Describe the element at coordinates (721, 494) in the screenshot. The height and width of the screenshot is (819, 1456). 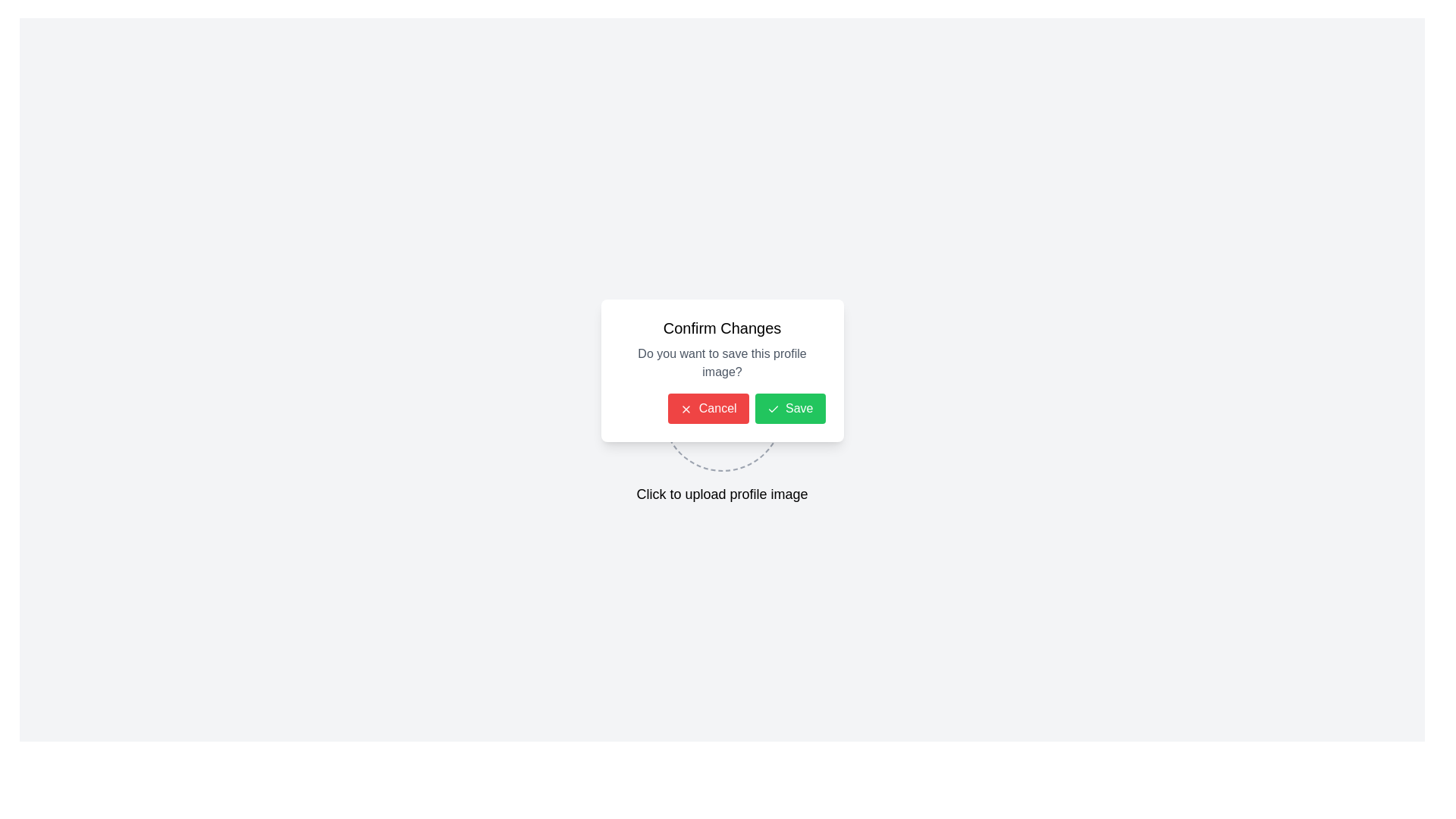
I see `the instructional label indicating where users can click to upload a profile image, located beneath the main modal dialog box with the text 'Confirm Changes'` at that location.